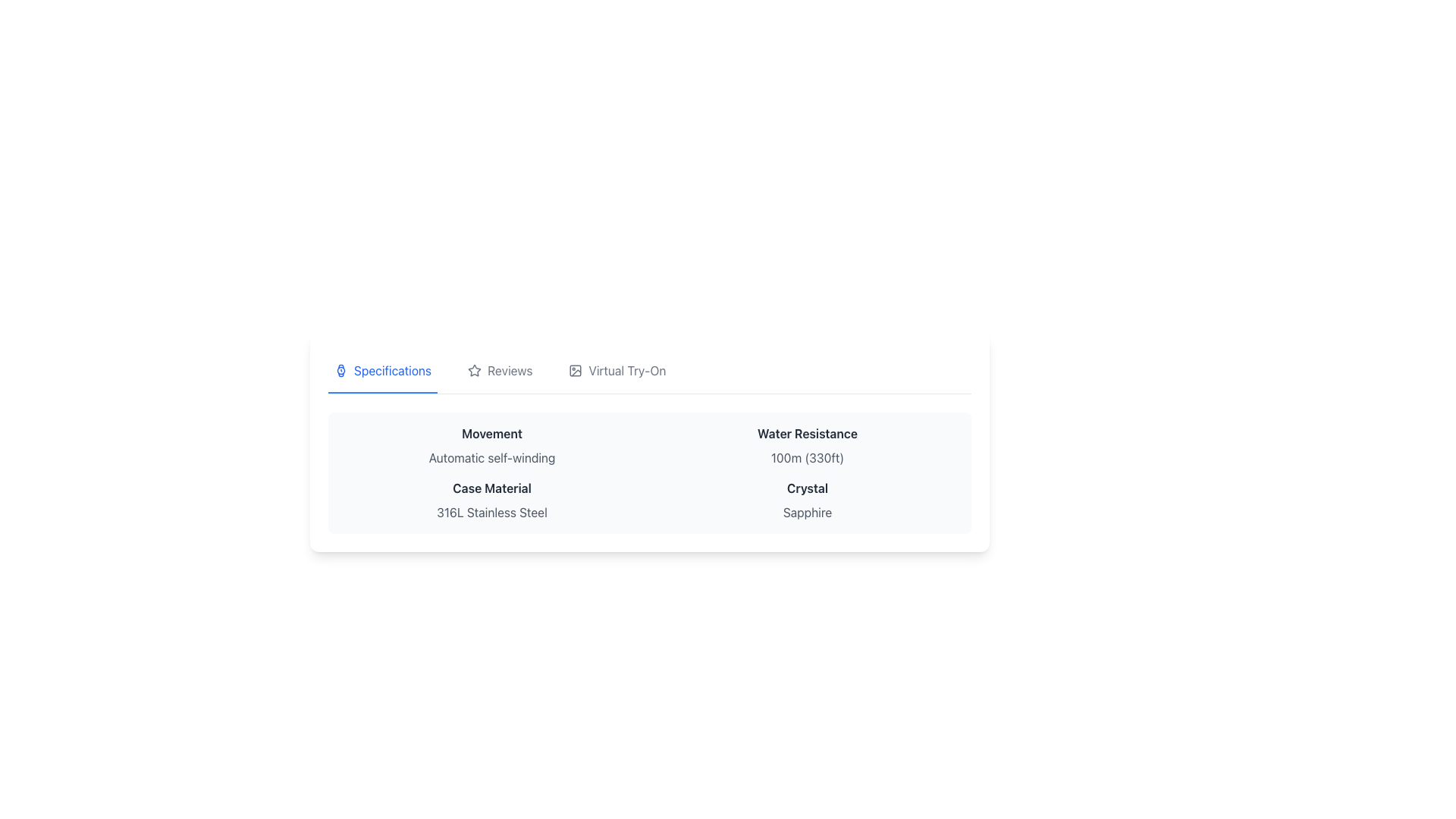 The height and width of the screenshot is (819, 1456). What do you see at coordinates (650, 371) in the screenshot?
I see `the 'Virtual Try-On' tab button, which is the third section in a horizontal row of tabs labeled 'Specifications,' 'Reviews,' and 'Virtual Try-On.' The tab is styled as an interactive element with a distinct icon and text, and it is highlighted with a blue underline` at bounding box center [650, 371].